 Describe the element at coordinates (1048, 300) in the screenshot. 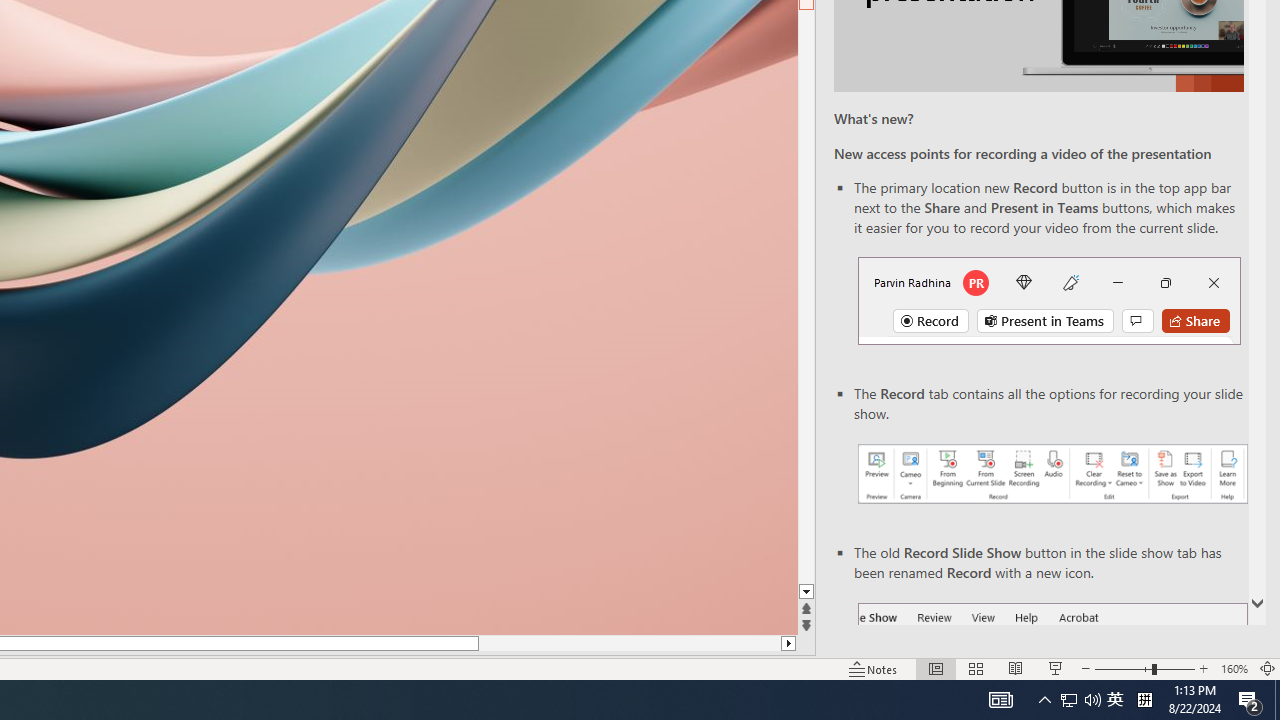

I see `'Record button in top bar'` at that location.